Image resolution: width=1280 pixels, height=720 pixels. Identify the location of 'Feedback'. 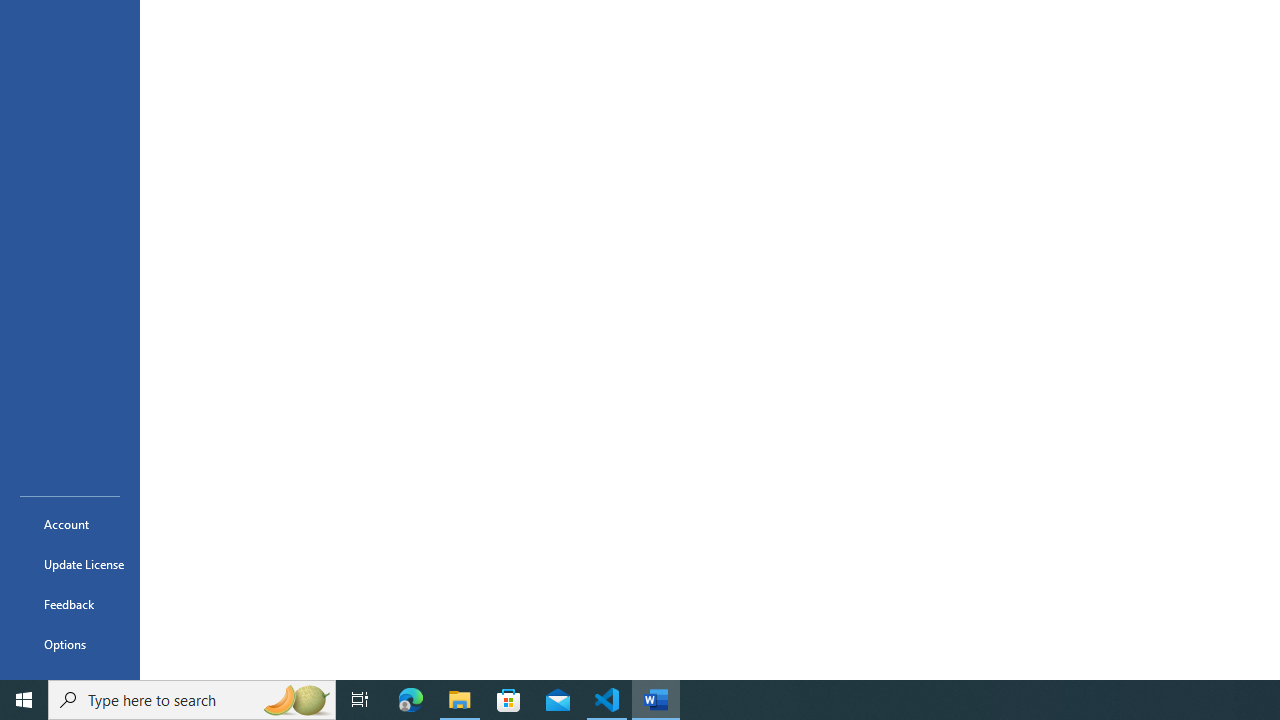
(69, 603).